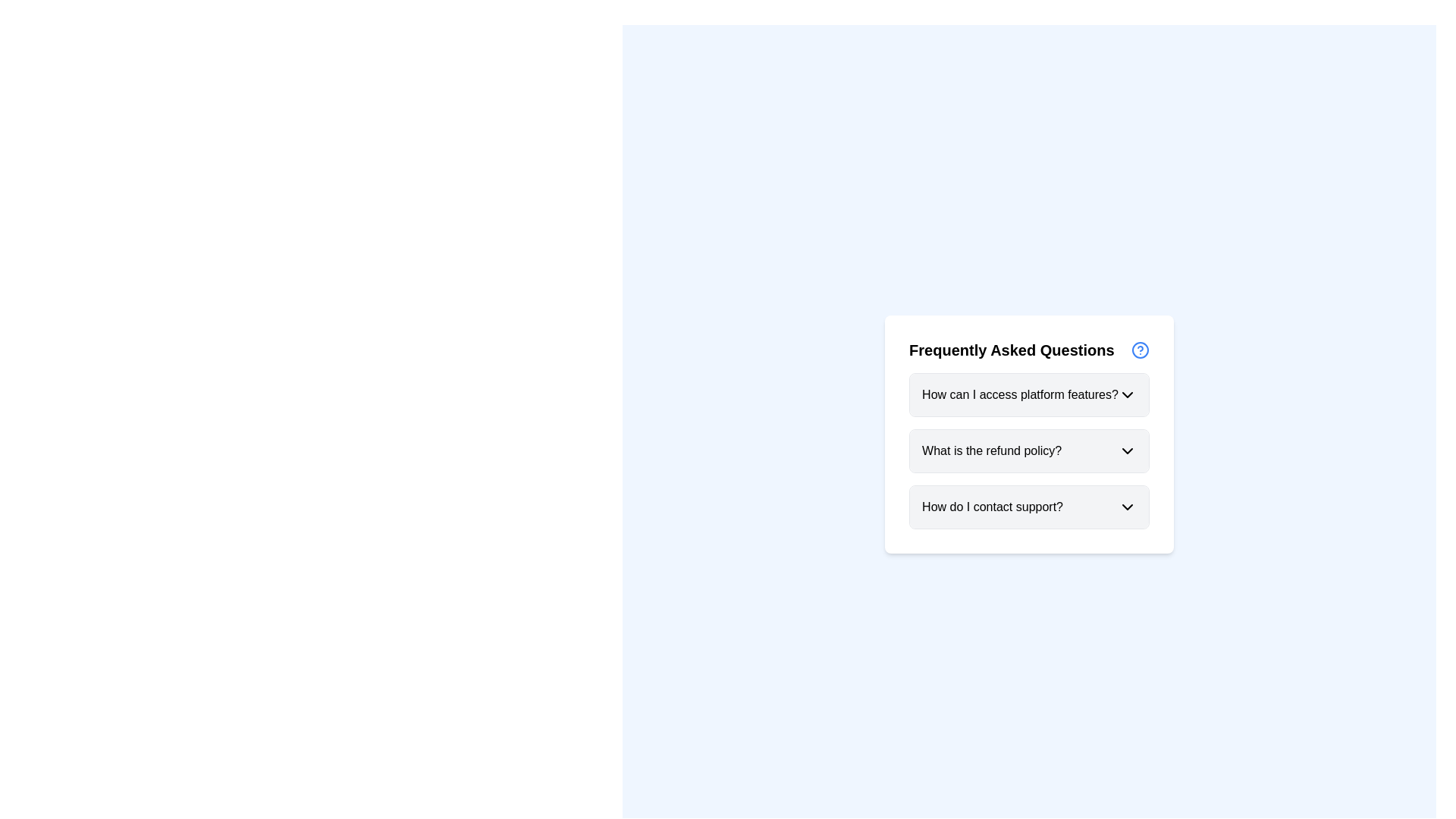 Image resolution: width=1456 pixels, height=819 pixels. I want to click on the downward-pointing chevron icon located on the right side of the 'What is the refund policy?' section, so click(1127, 450).